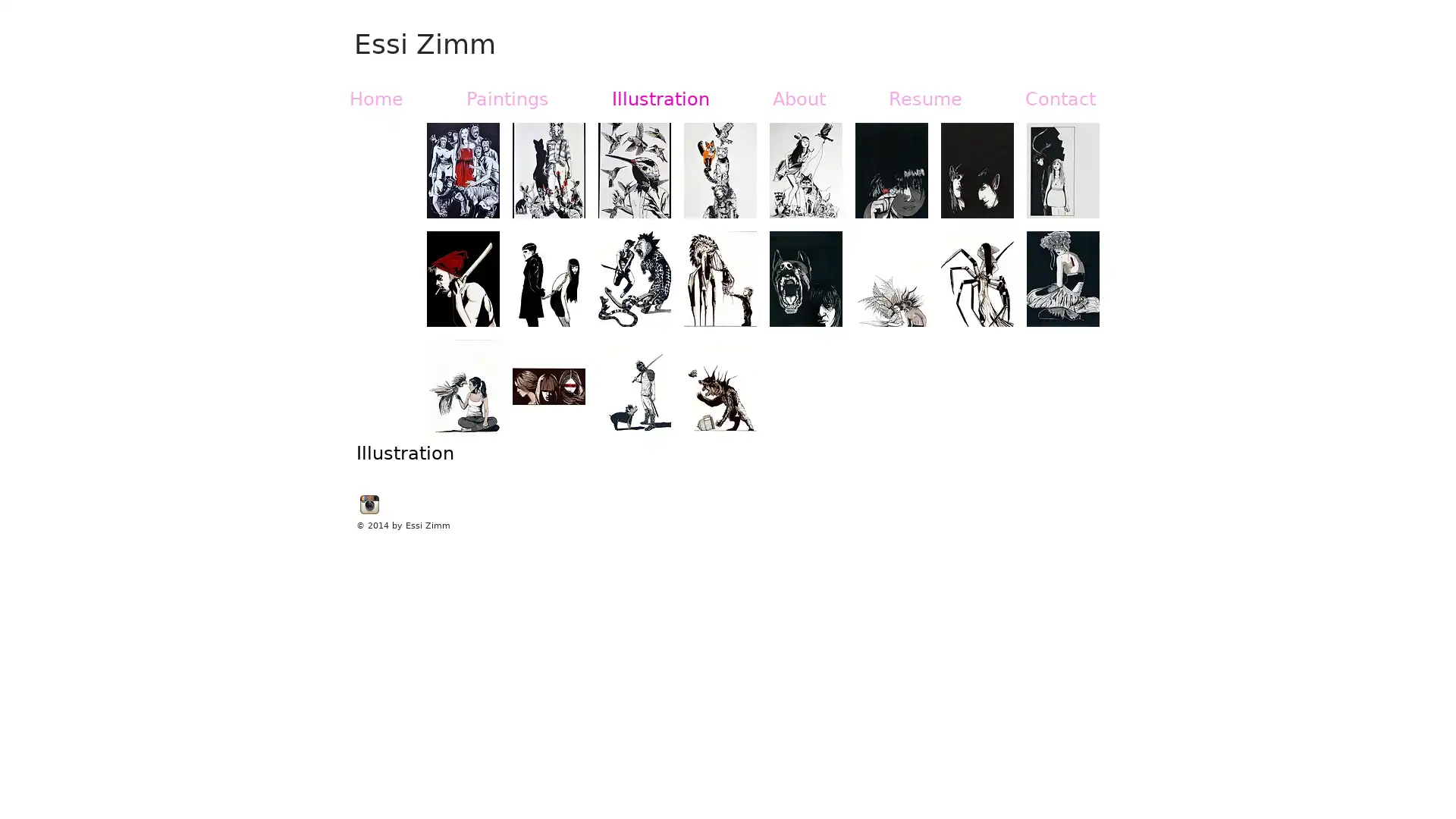 This screenshot has width=1456, height=819. I want to click on next, so click(1066, 291).